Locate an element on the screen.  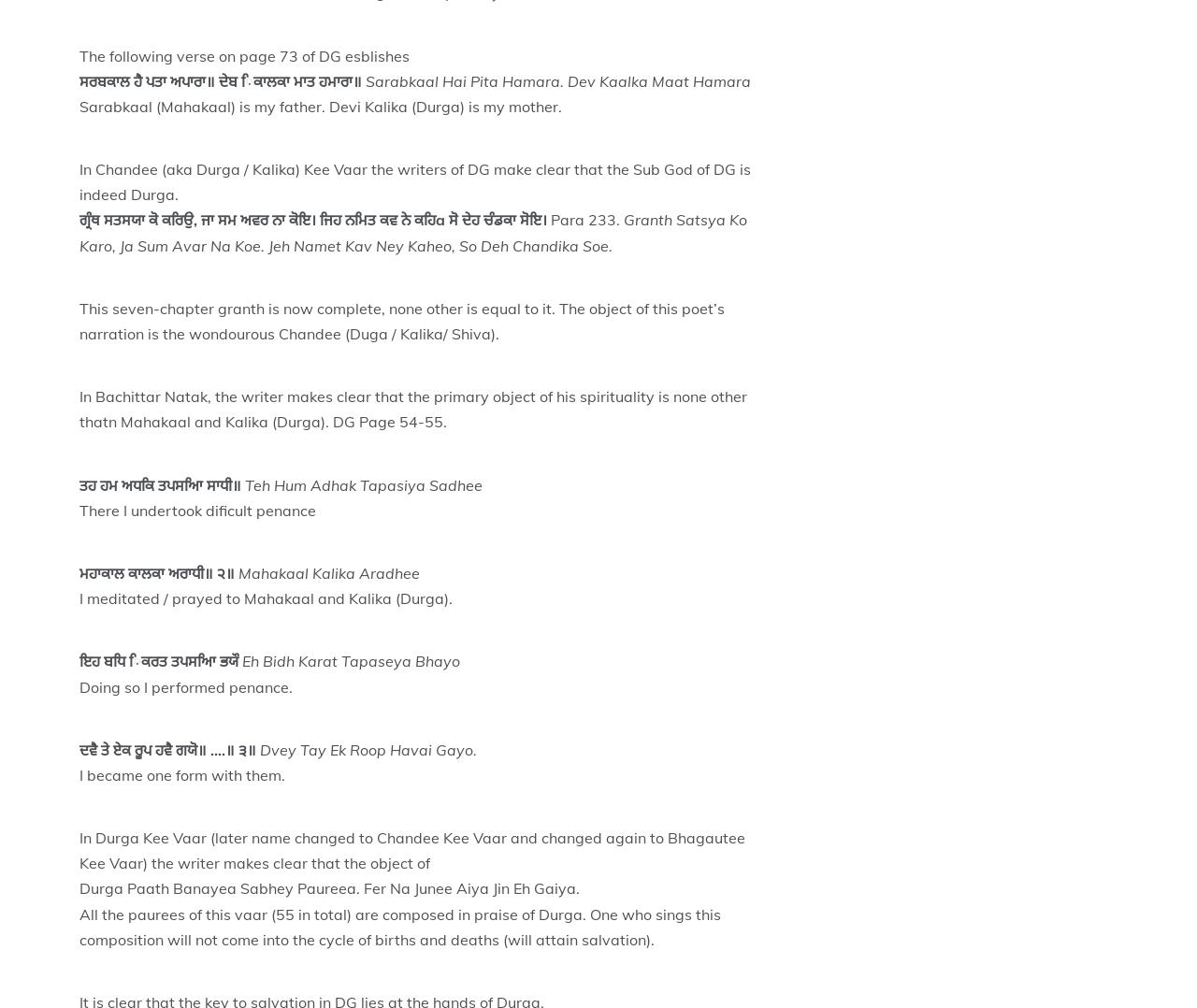
'Para 233.' is located at coordinates (584, 219).